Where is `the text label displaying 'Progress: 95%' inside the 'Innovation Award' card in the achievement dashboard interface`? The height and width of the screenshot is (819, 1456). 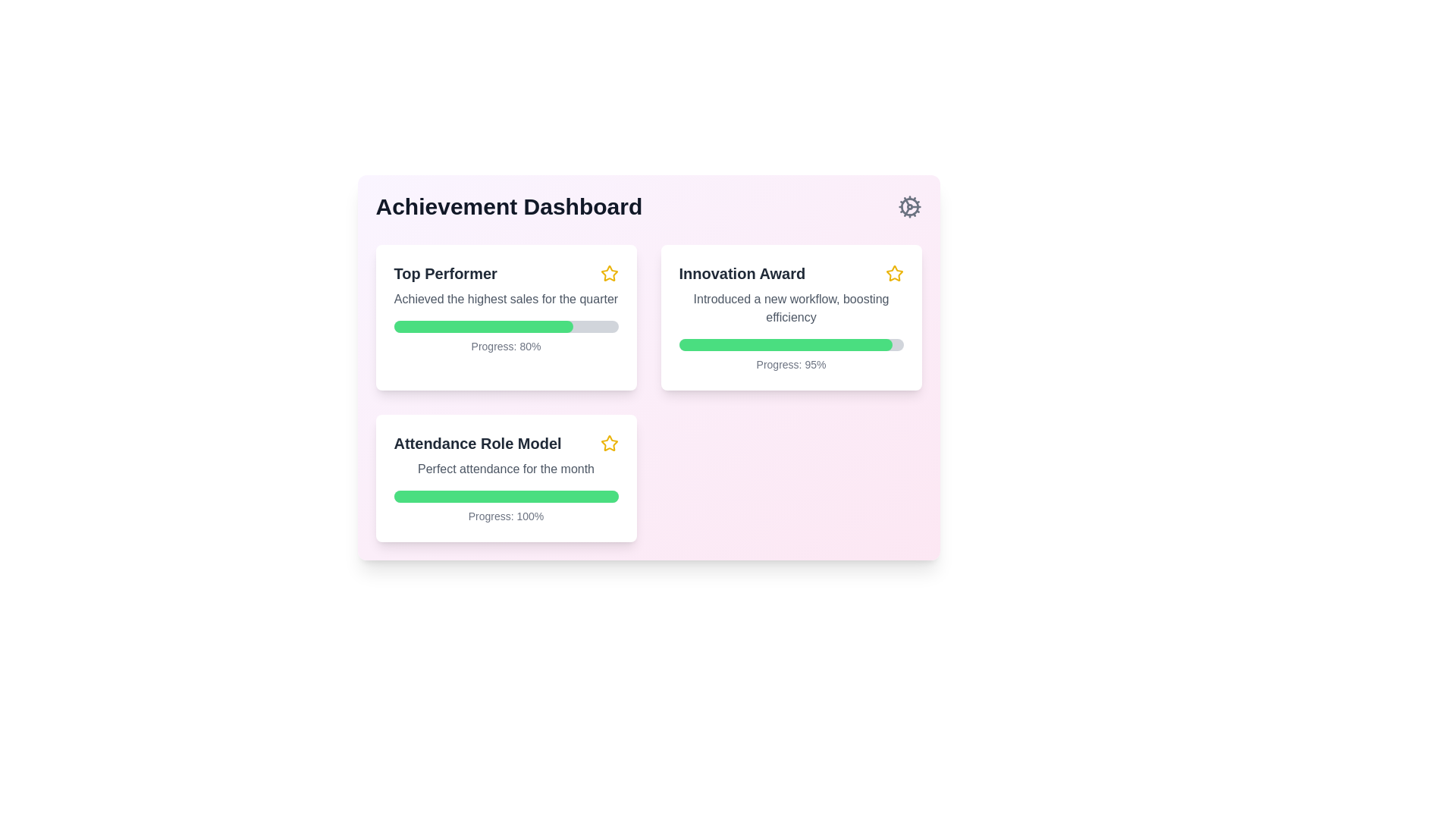
the text label displaying 'Progress: 95%' inside the 'Innovation Award' card in the achievement dashboard interface is located at coordinates (790, 365).